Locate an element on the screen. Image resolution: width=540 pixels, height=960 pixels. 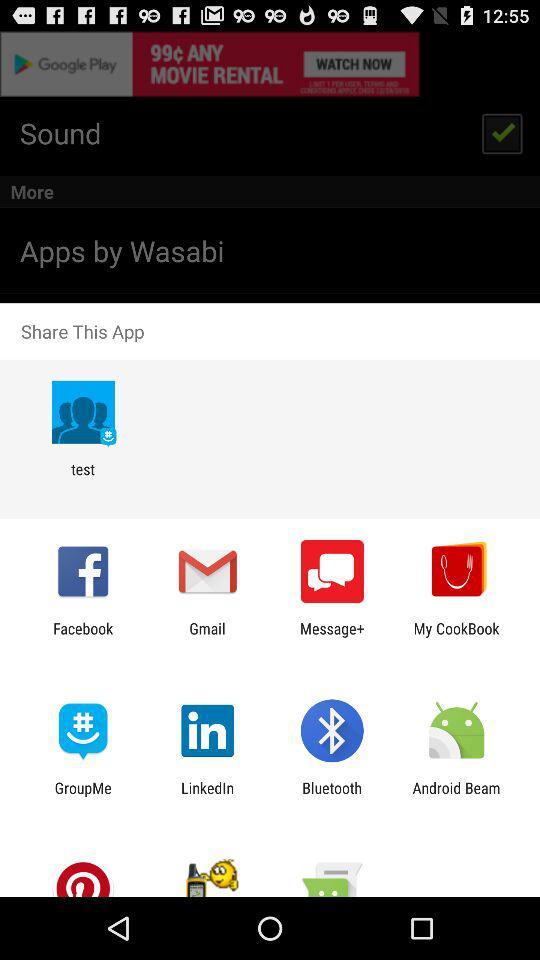
the icon to the left of my cookbook item is located at coordinates (332, 636).